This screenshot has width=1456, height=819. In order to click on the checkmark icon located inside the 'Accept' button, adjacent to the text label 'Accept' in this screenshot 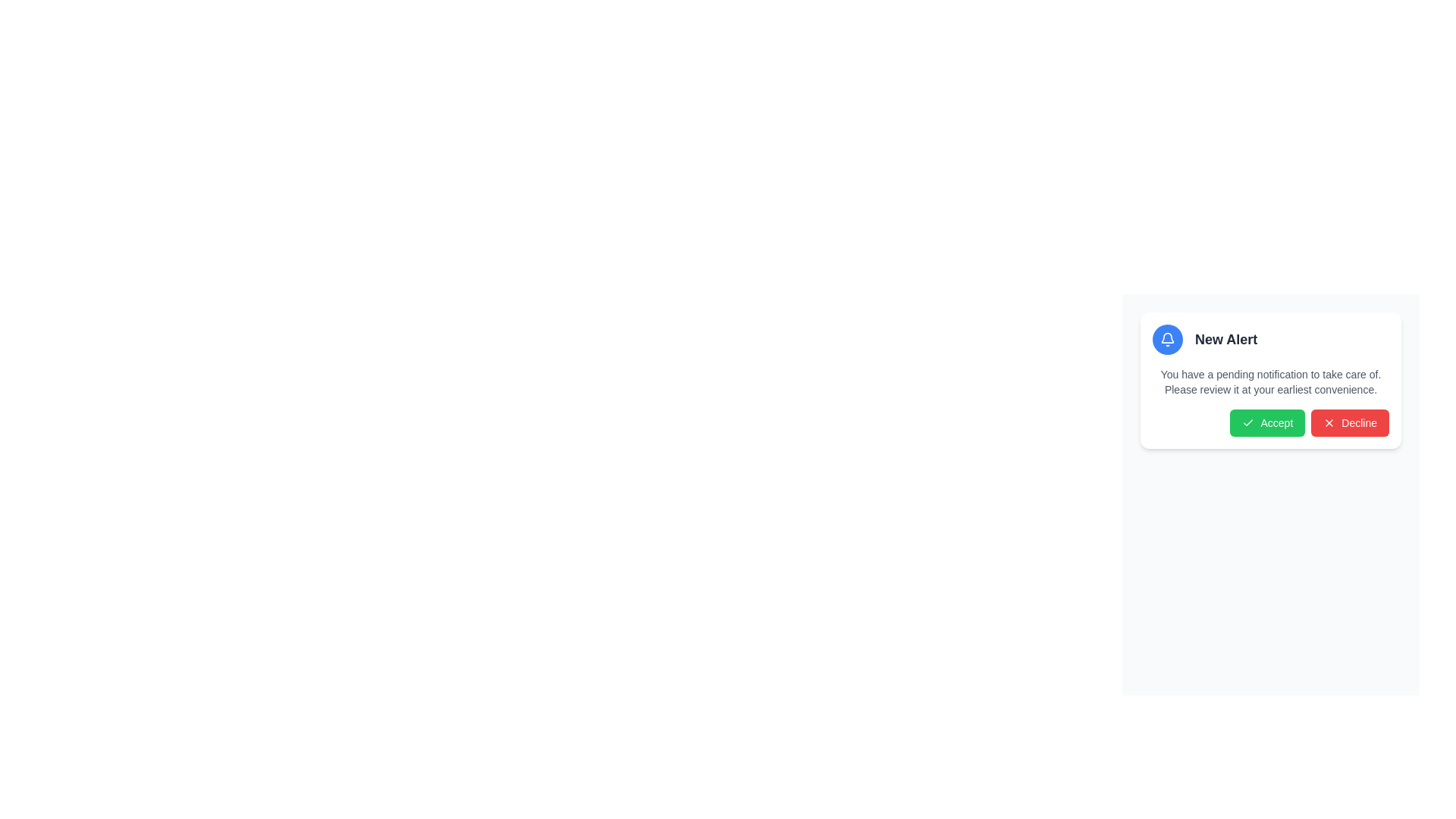, I will do `click(1248, 423)`.